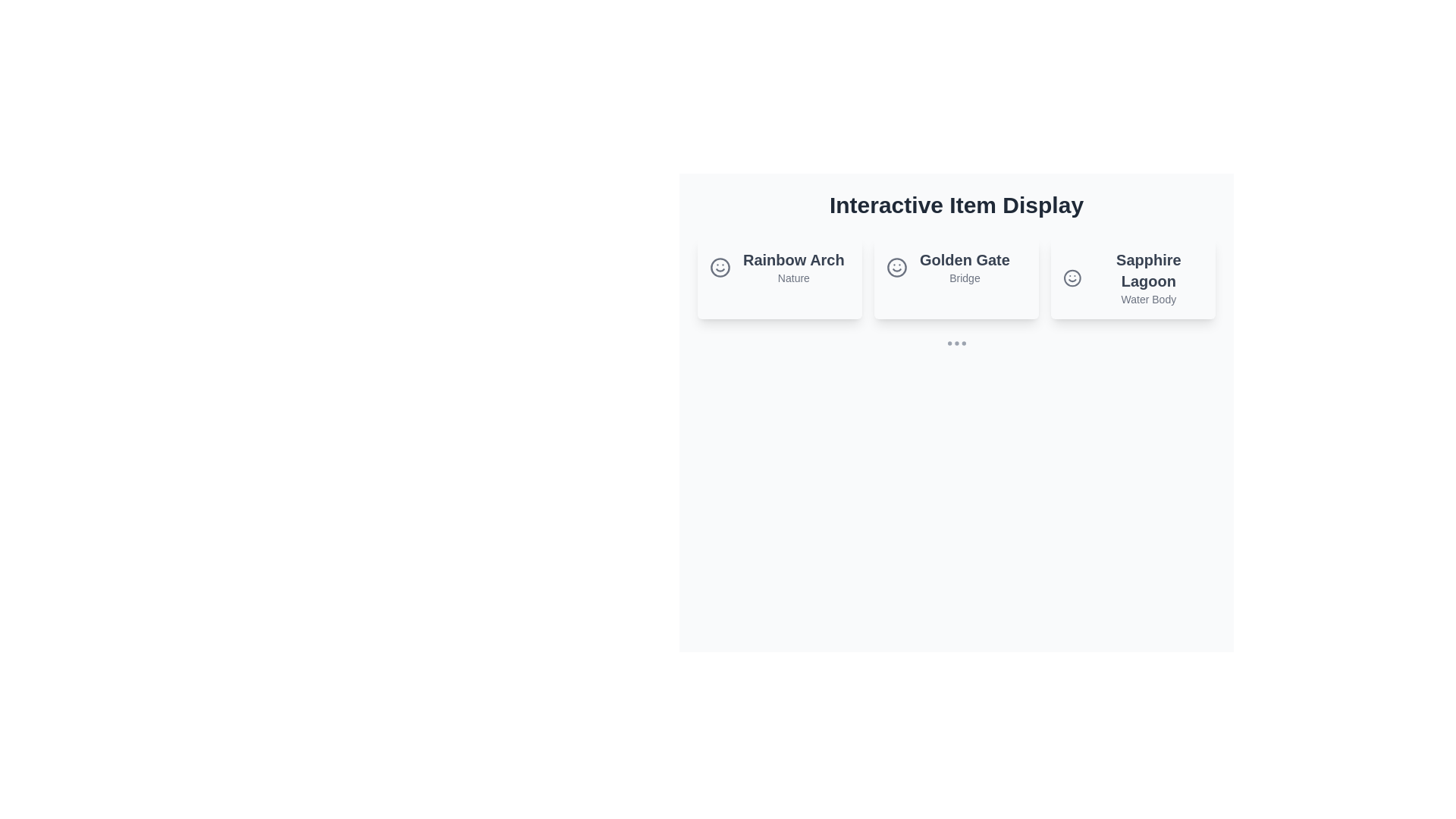 Image resolution: width=1456 pixels, height=819 pixels. Describe the element at coordinates (1148, 278) in the screenshot. I see `the Text Block that provides information about 'Sapphire Lagoon' in the top-right card of the three horizontally aligned cards` at that location.